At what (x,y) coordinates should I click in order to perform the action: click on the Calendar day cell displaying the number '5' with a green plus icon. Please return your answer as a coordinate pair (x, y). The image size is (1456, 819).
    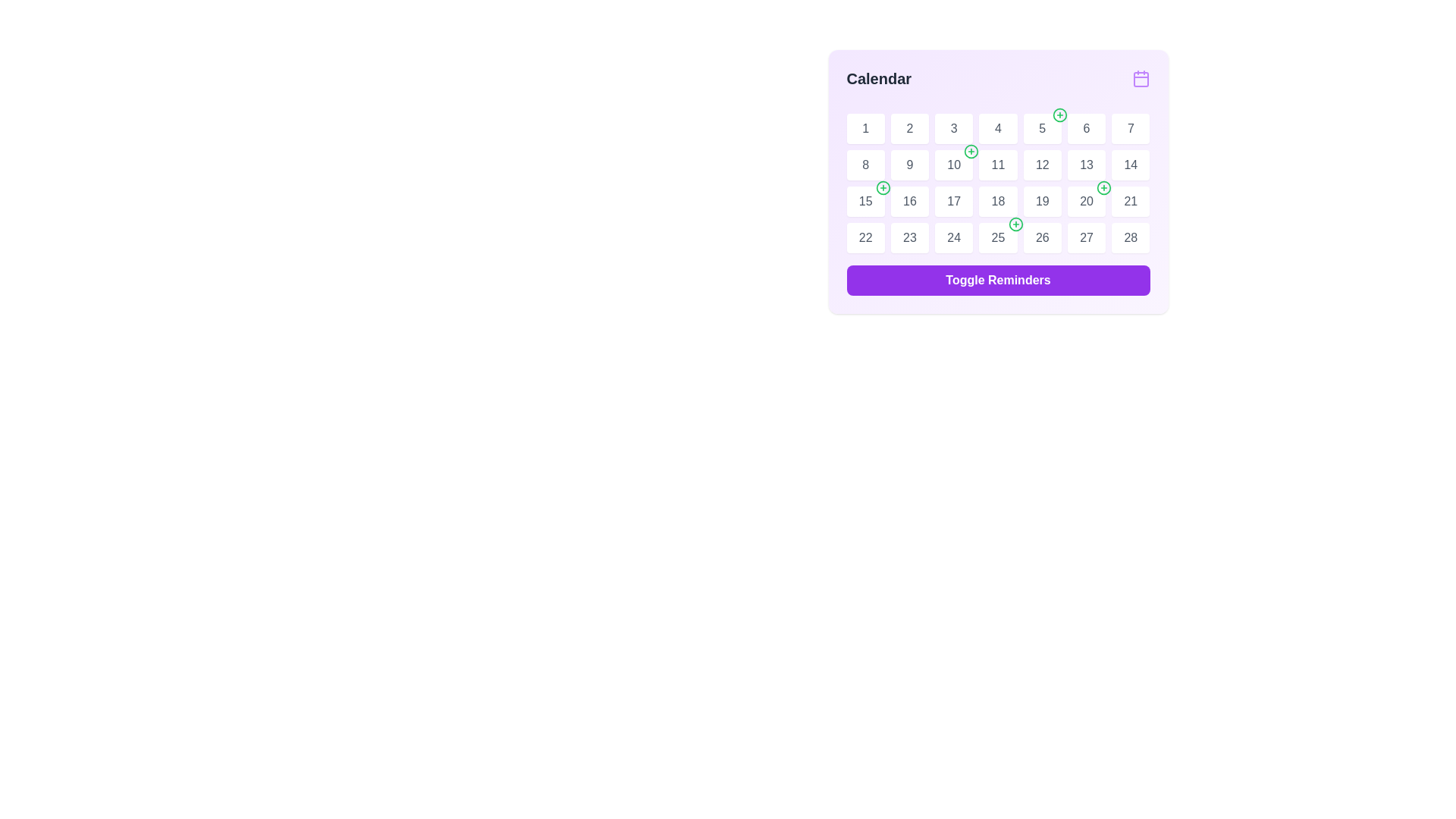
    Looking at the image, I should click on (1041, 127).